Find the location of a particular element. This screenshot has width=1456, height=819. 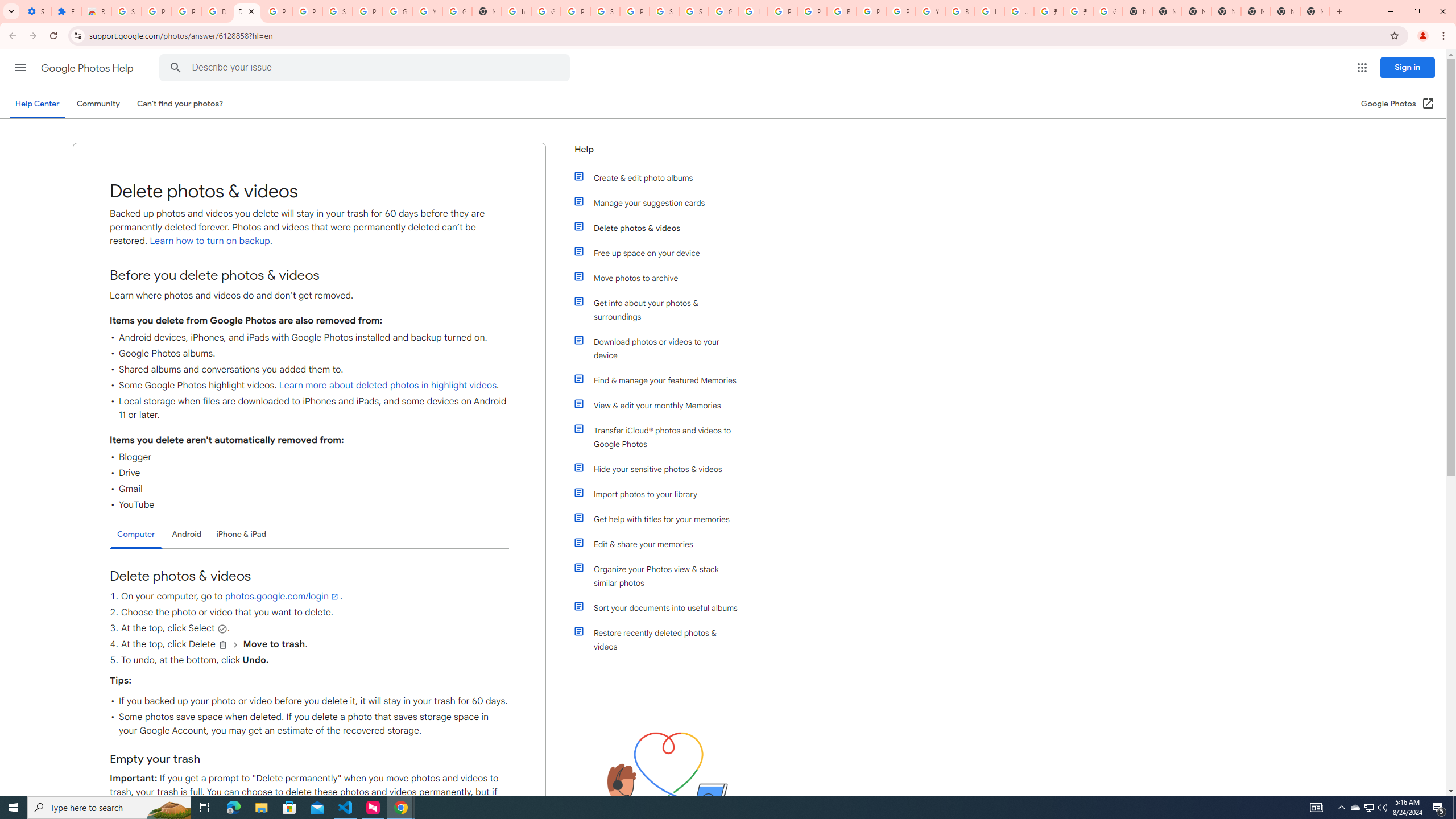

'Learn more about deleted photos in highlight videos' is located at coordinates (387, 385).